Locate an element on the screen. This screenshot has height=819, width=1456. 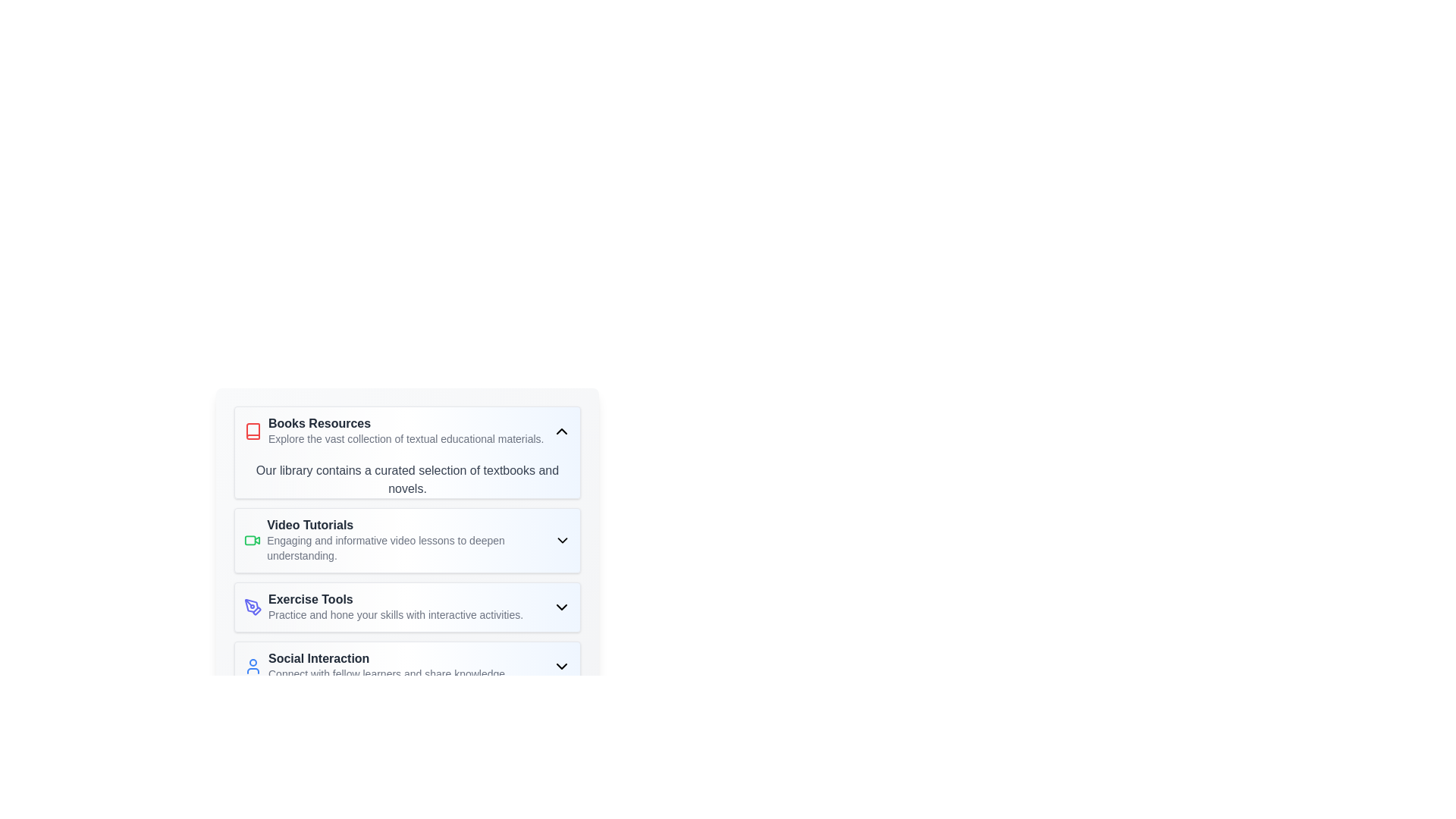
information displayed in the small gray text that states 'Engaging and informative video lessons to deepen understanding.', located directly below the 'Video Tutorials' title is located at coordinates (410, 548).